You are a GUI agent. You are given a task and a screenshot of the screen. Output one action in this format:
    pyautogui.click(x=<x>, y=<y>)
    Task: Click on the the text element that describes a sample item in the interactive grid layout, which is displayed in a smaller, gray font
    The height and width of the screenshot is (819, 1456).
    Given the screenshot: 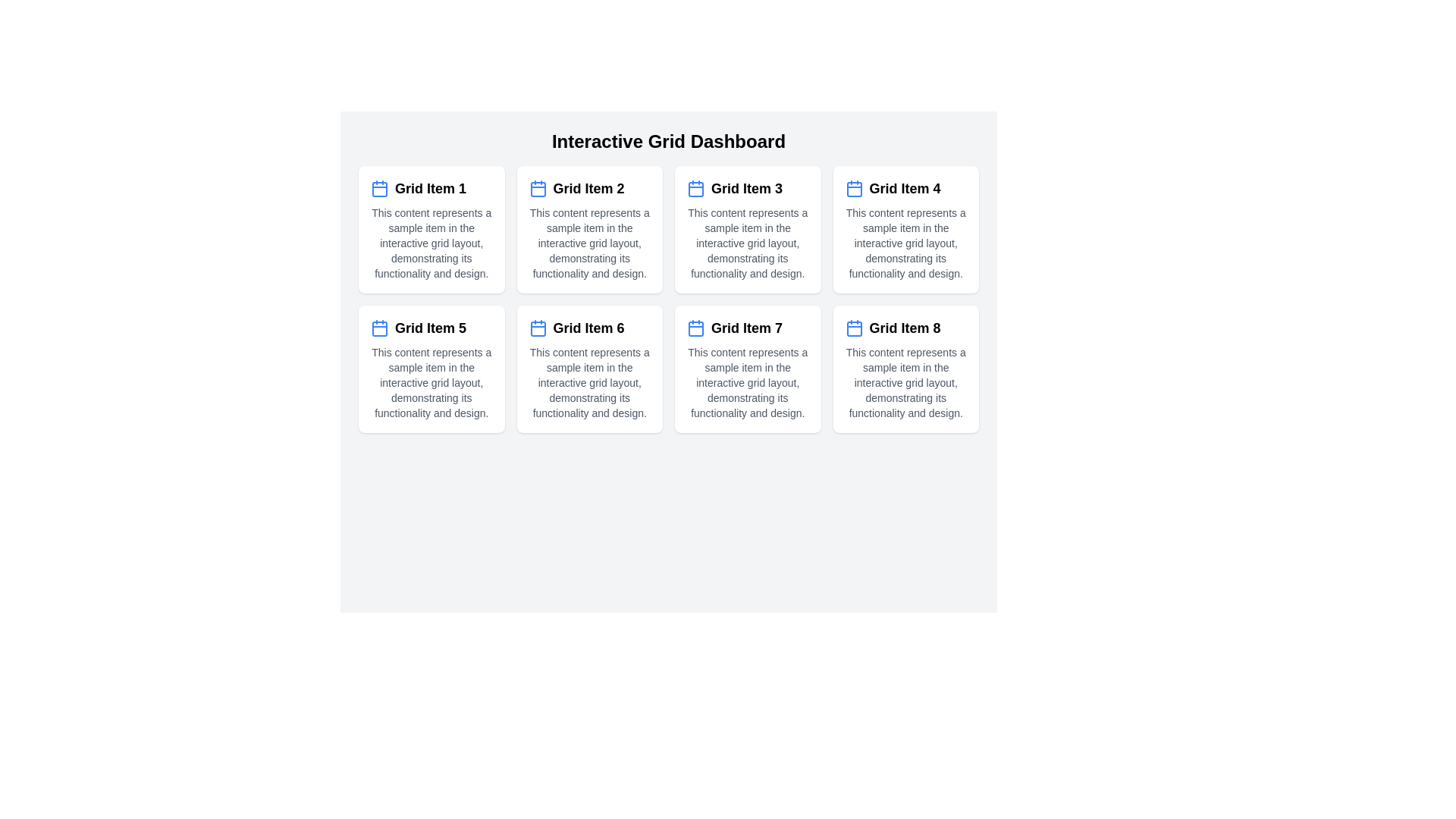 What is the action you would take?
    pyautogui.click(x=588, y=382)
    